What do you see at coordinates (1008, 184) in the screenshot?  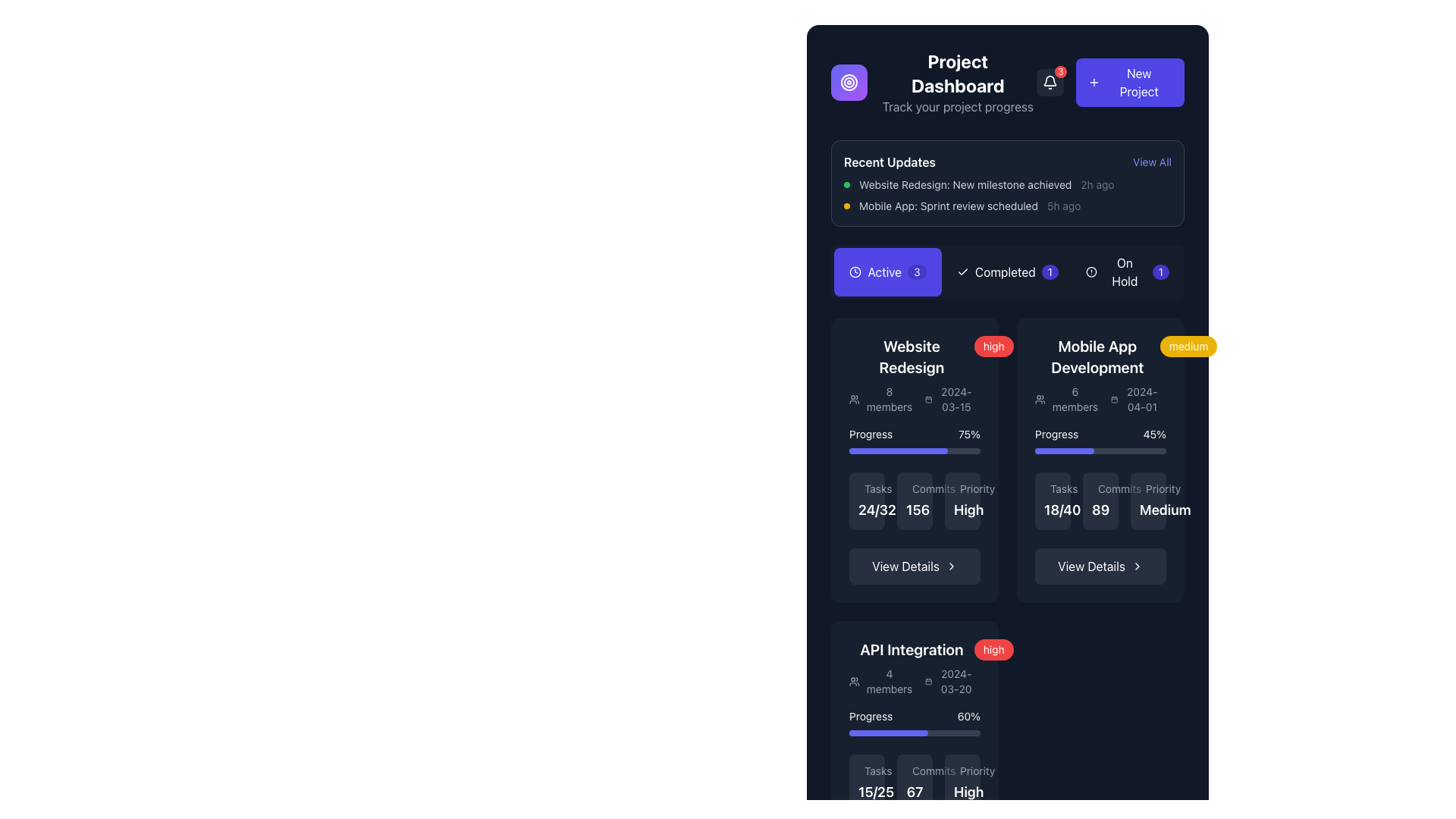 I see `the project update list item regarding 'Website Redesign'` at bounding box center [1008, 184].